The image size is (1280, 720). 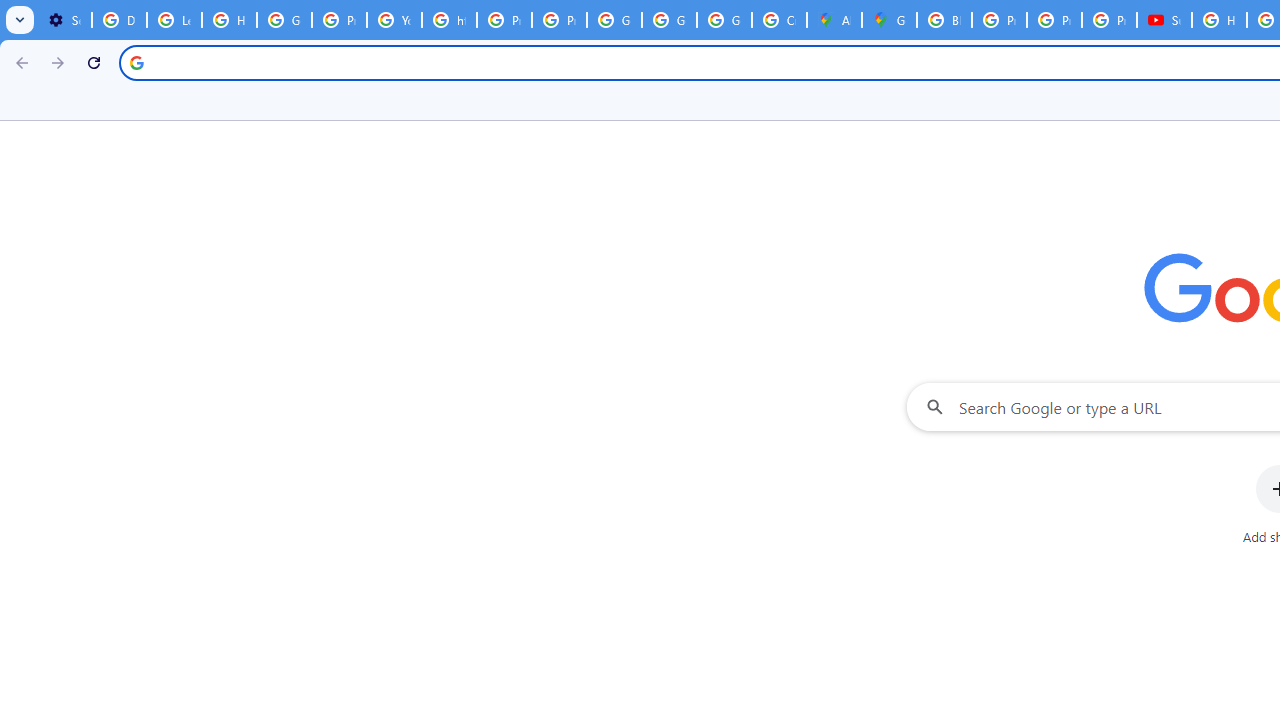 What do you see at coordinates (448, 20) in the screenshot?
I see `'https://scholar.google.com/'` at bounding box center [448, 20].